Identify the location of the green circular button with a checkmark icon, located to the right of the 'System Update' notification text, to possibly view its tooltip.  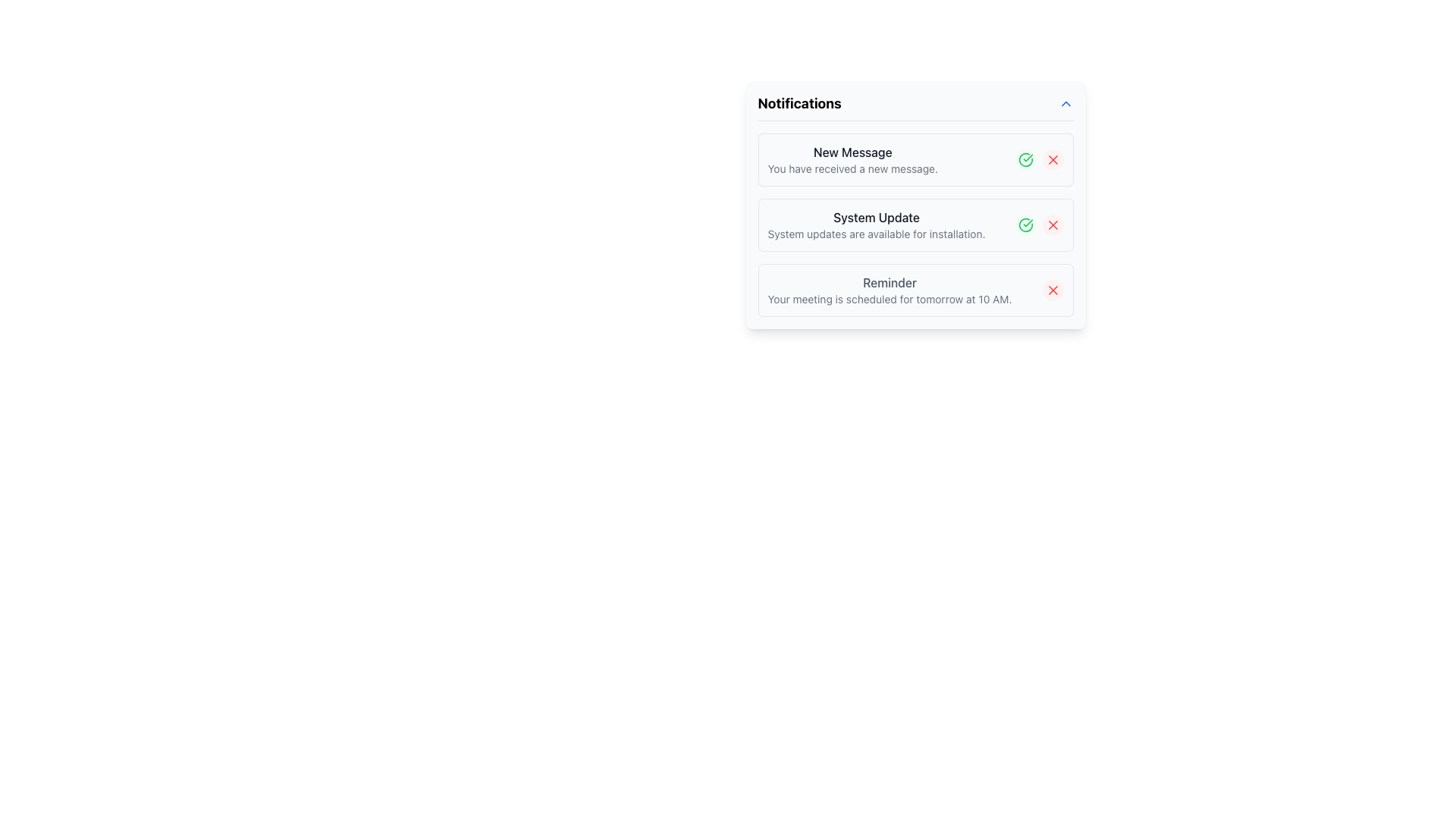
(1025, 225).